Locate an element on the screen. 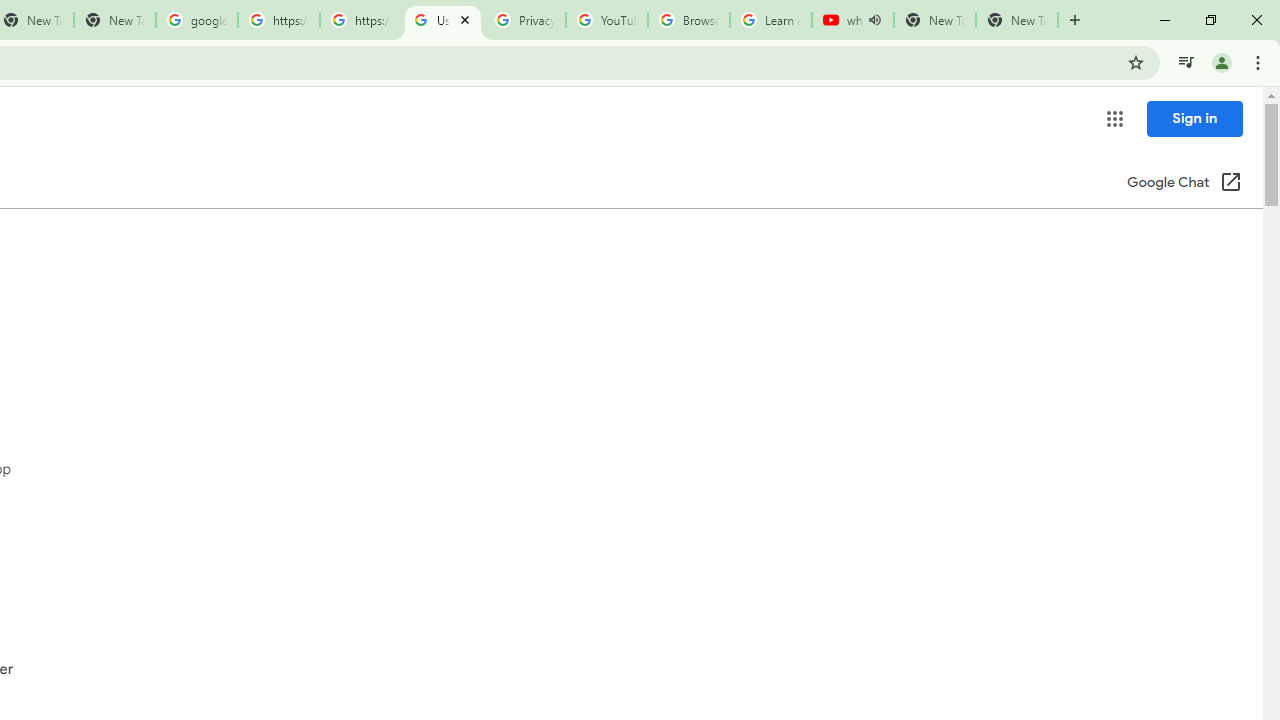 The width and height of the screenshot is (1280, 720). 'YouTube' is located at coordinates (605, 20).